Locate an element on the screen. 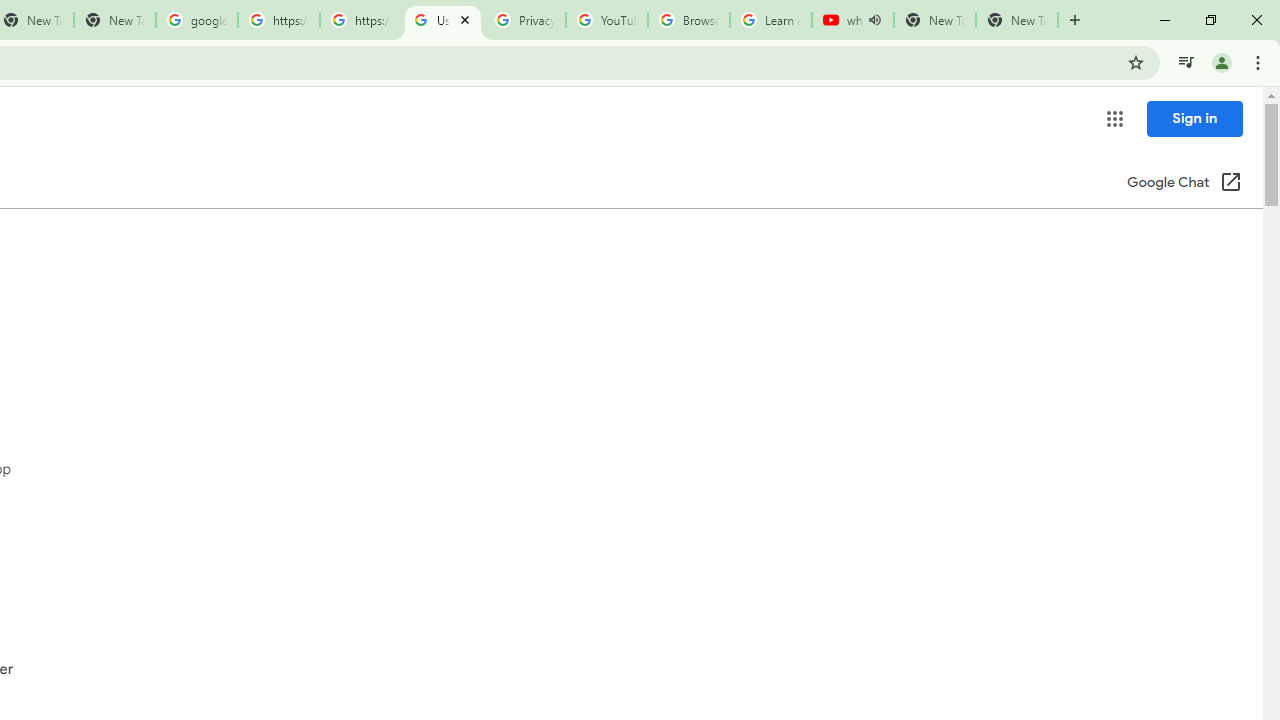 The width and height of the screenshot is (1280, 720). 'YouTube' is located at coordinates (605, 20).